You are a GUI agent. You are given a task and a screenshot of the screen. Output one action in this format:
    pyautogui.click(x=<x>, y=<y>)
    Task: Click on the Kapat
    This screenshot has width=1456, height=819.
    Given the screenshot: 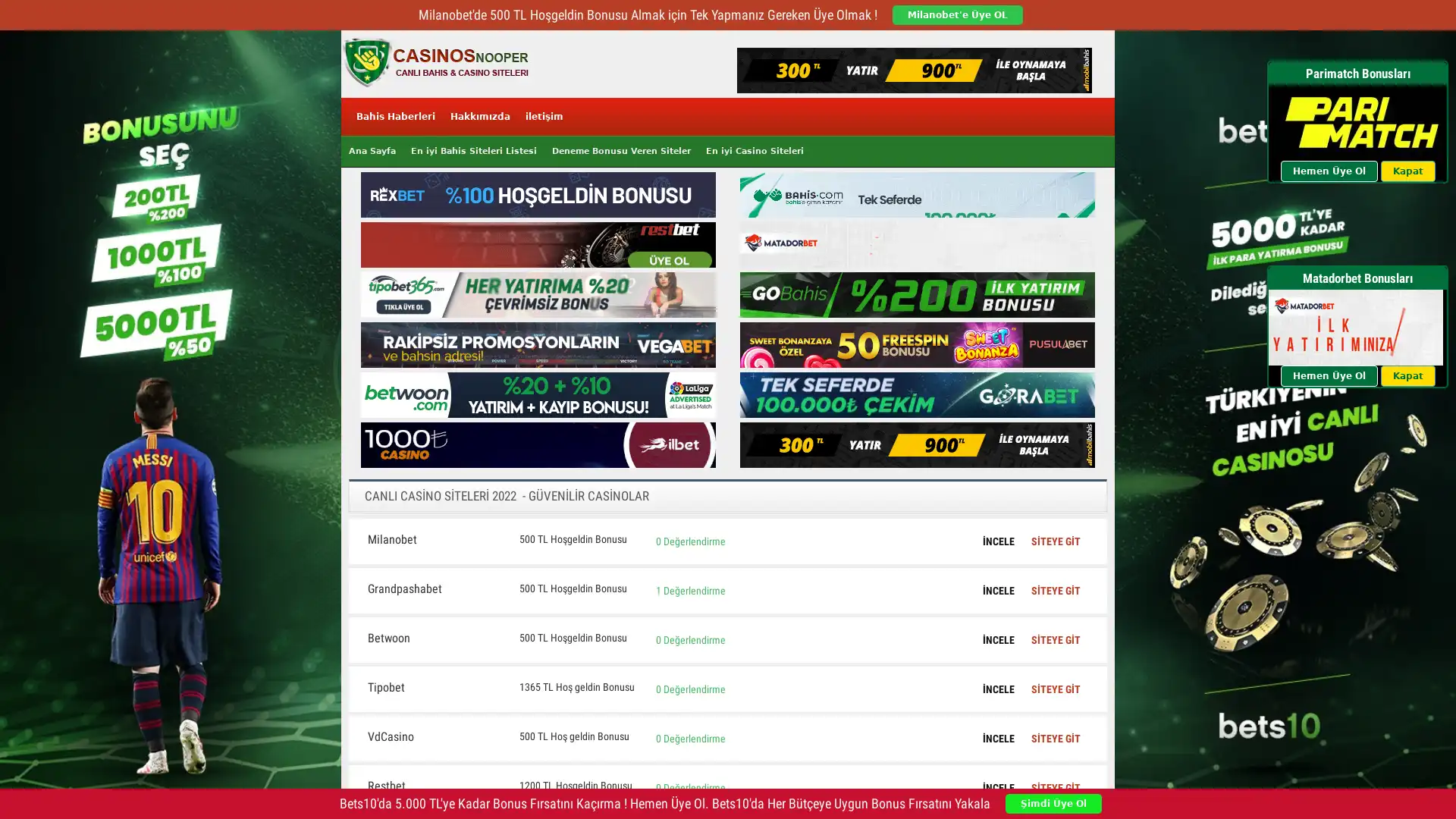 What is the action you would take?
    pyautogui.click(x=1407, y=375)
    